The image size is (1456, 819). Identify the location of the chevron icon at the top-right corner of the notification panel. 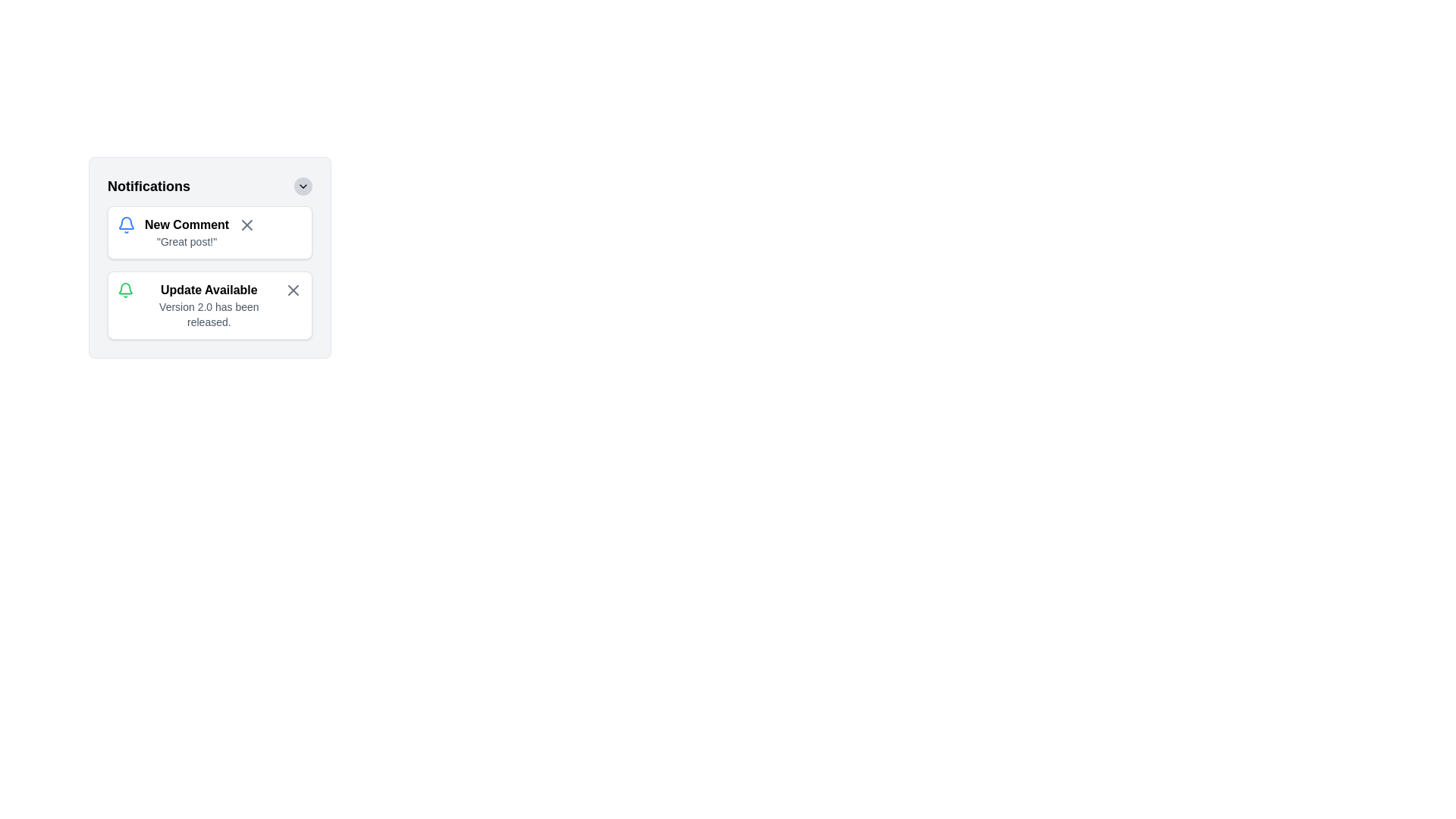
(303, 186).